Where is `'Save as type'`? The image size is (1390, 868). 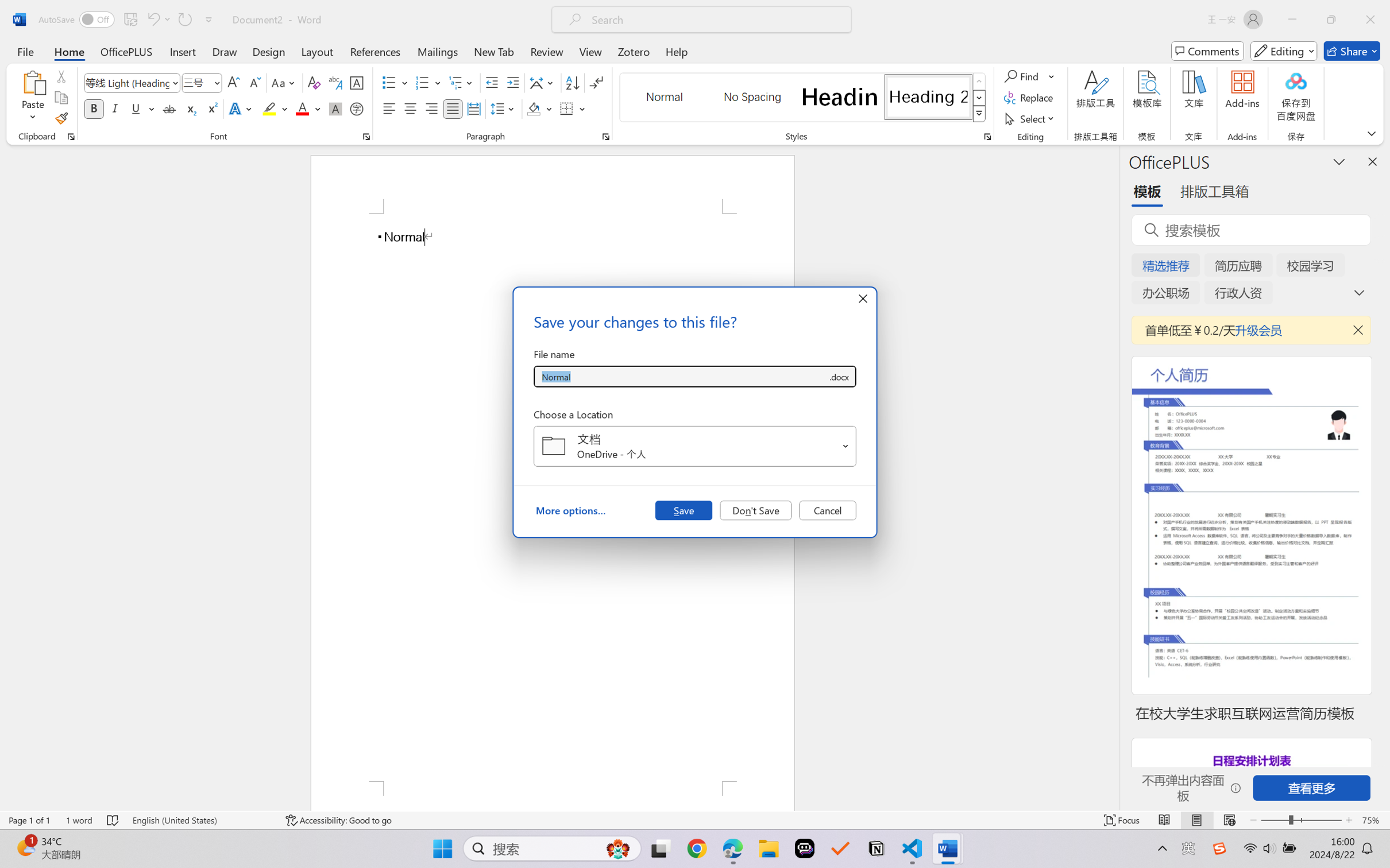 'Save as type' is located at coordinates (838, 377).